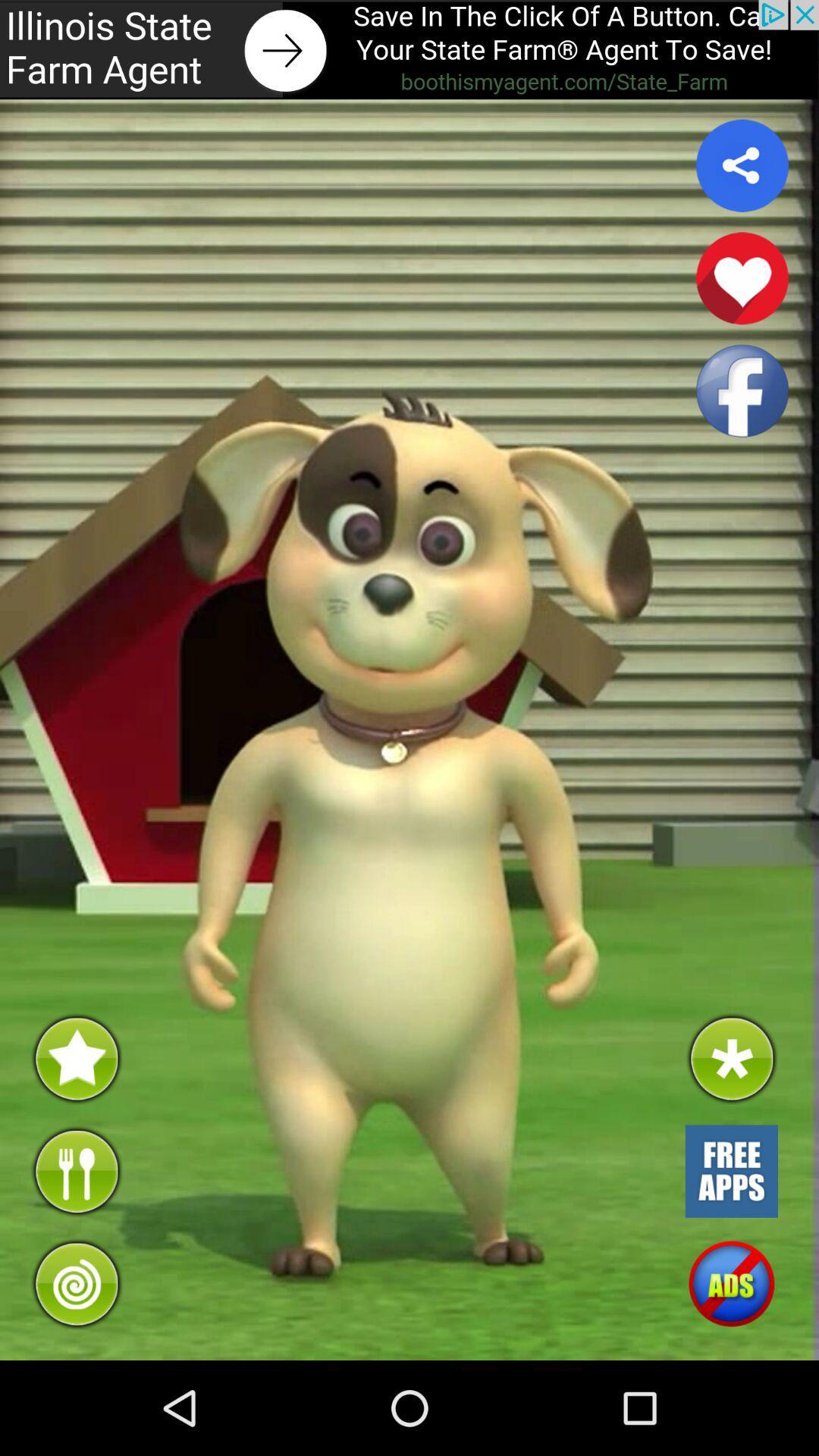 Image resolution: width=819 pixels, height=1456 pixels. Describe the element at coordinates (742, 278) in the screenshot. I see `favorite` at that location.